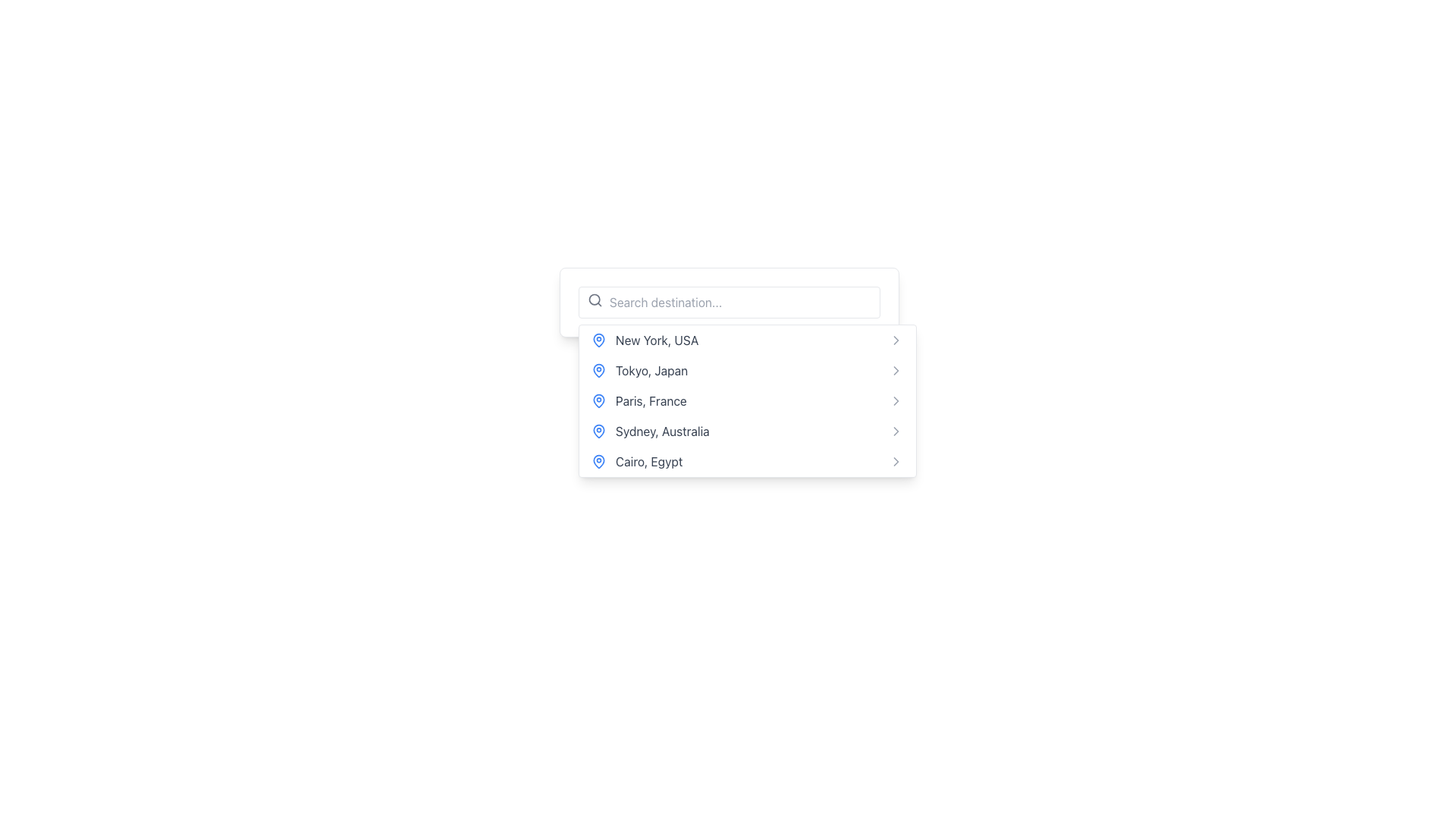 The width and height of the screenshot is (1456, 819). I want to click on the first list item displaying 'New York, USA' next to a blue location pin icon, so click(645, 339).